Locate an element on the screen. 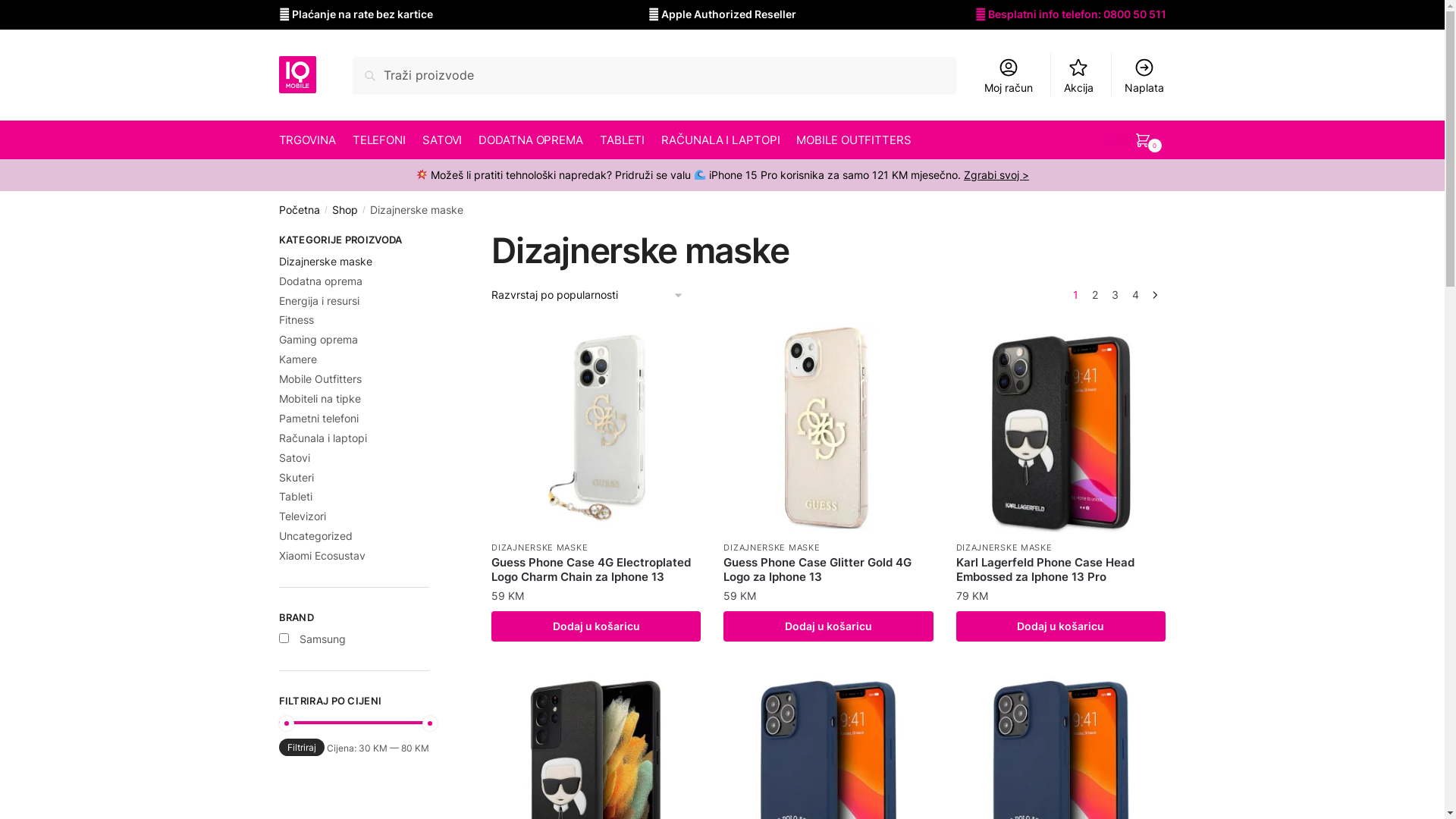 This screenshot has height=819, width=1456. 'Zgrabi svoj >' is located at coordinates (996, 174).